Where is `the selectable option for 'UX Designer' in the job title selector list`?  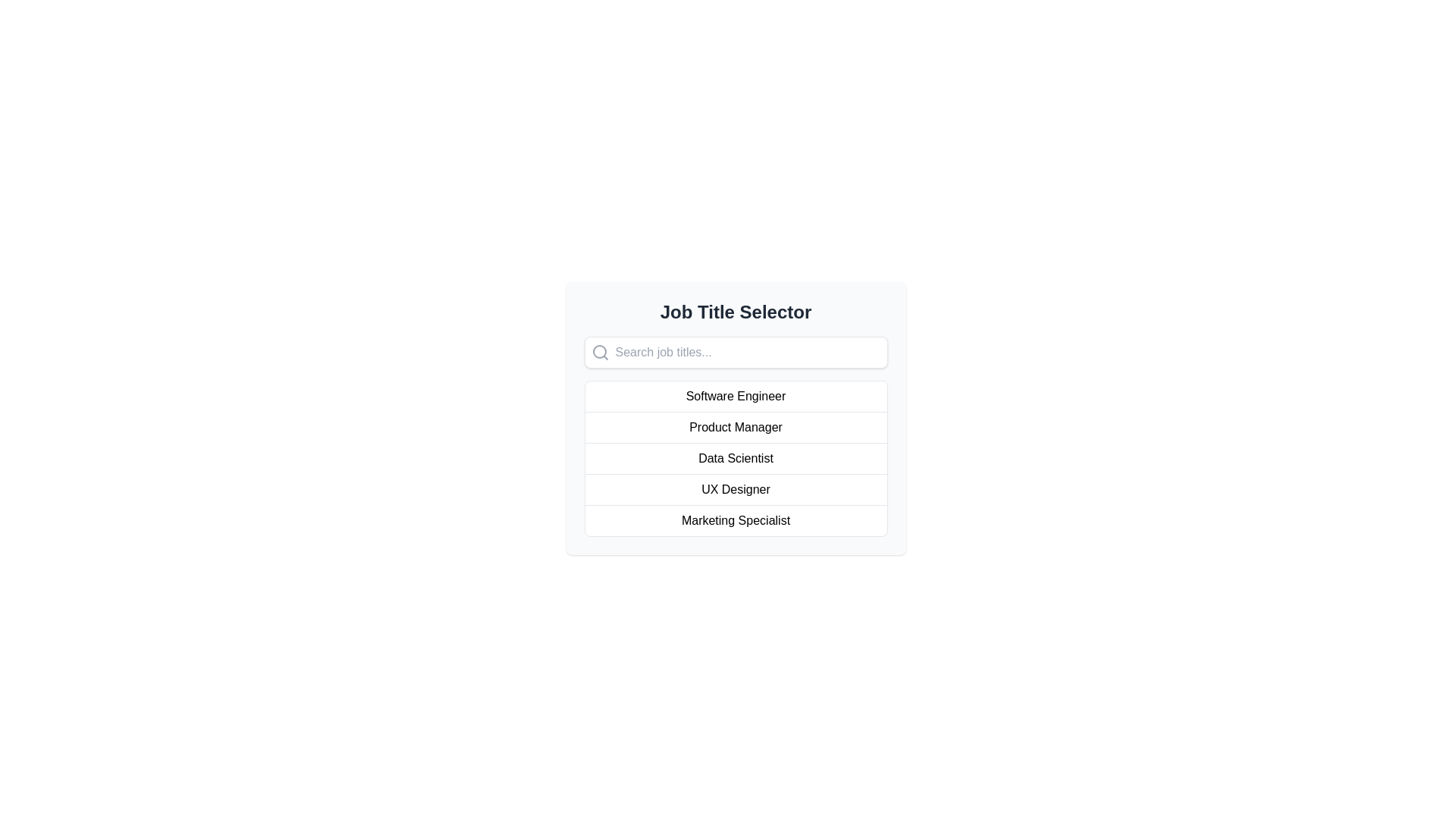
the selectable option for 'UX Designer' in the job title selector list is located at coordinates (736, 489).